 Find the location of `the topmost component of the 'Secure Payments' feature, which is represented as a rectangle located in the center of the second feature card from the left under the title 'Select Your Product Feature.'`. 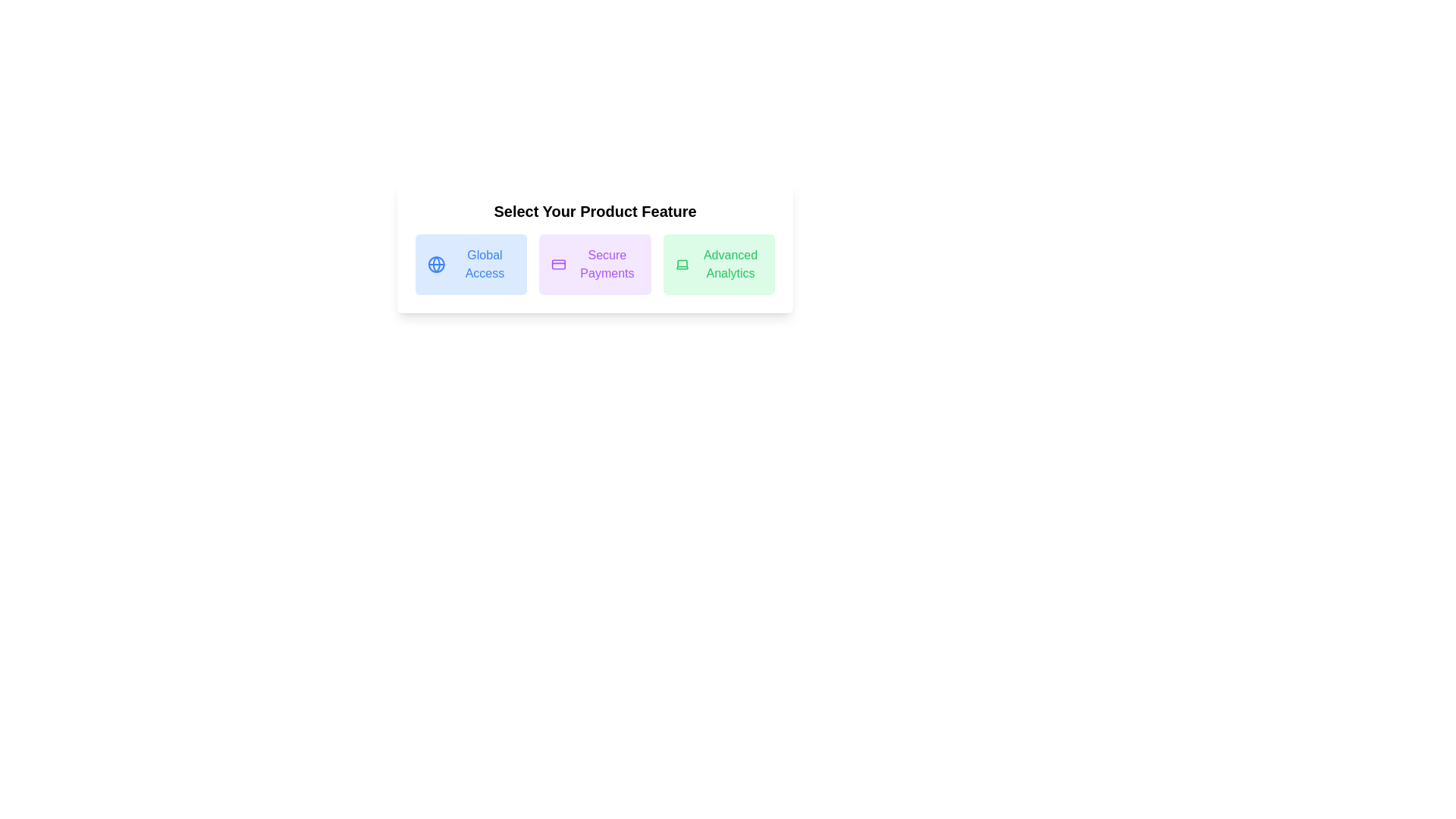

the topmost component of the 'Secure Payments' feature, which is represented as a rectangle located in the center of the second feature card from the left under the title 'Select Your Product Feature.' is located at coordinates (558, 263).